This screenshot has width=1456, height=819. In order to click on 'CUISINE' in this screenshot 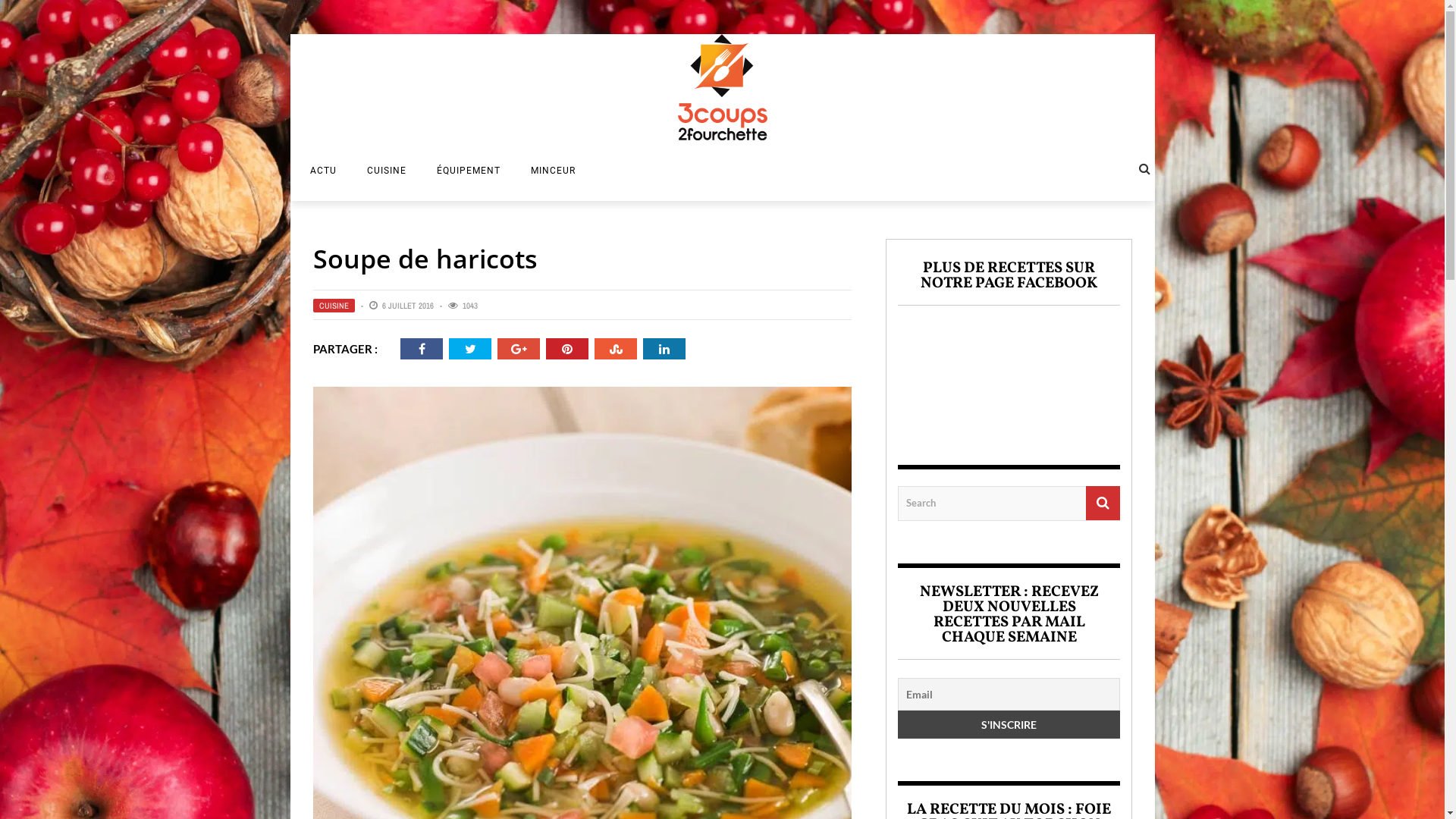, I will do `click(332, 305)`.